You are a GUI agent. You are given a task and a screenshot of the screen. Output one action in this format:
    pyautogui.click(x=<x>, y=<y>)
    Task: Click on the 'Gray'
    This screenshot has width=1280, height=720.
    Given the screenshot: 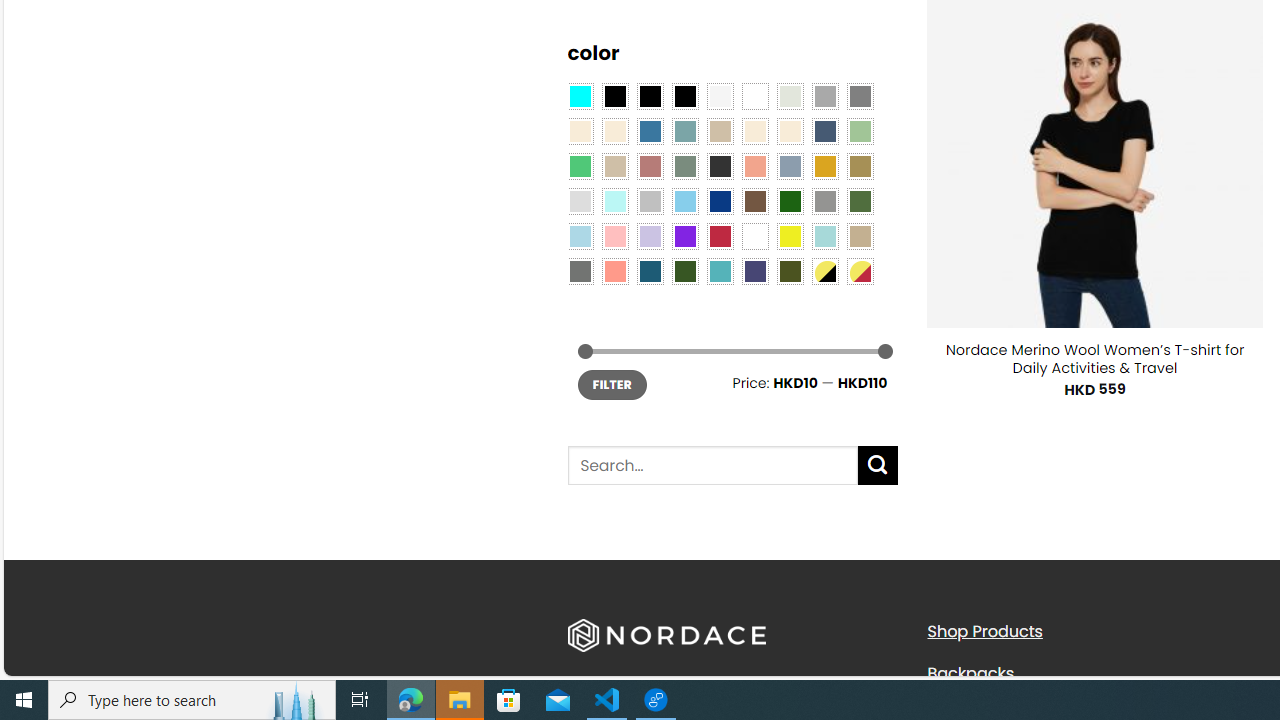 What is the action you would take?
    pyautogui.click(x=824, y=200)
    